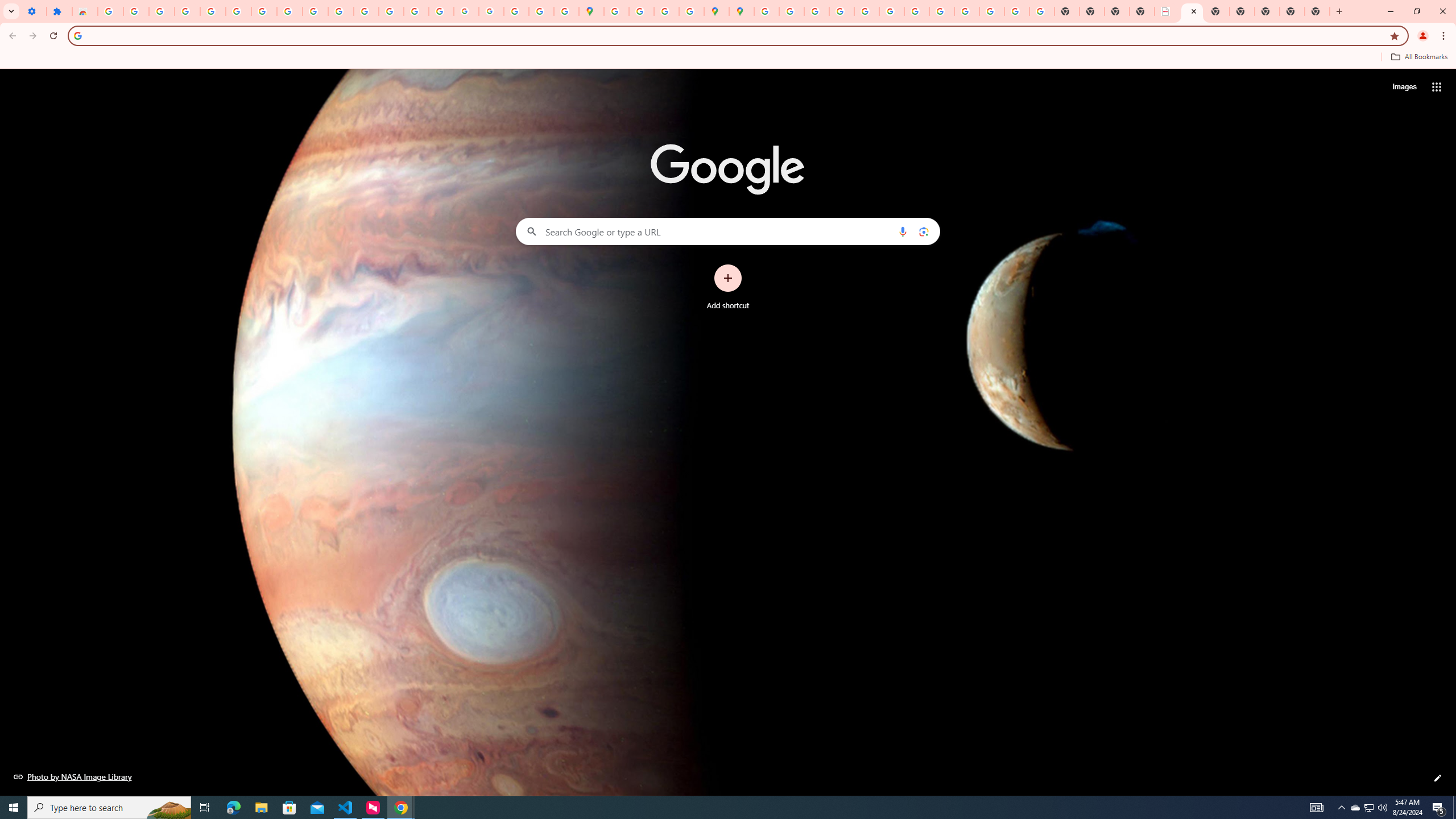 This screenshot has width=1456, height=819. I want to click on 'Privacy Help Center - Policies Help', so click(841, 11).